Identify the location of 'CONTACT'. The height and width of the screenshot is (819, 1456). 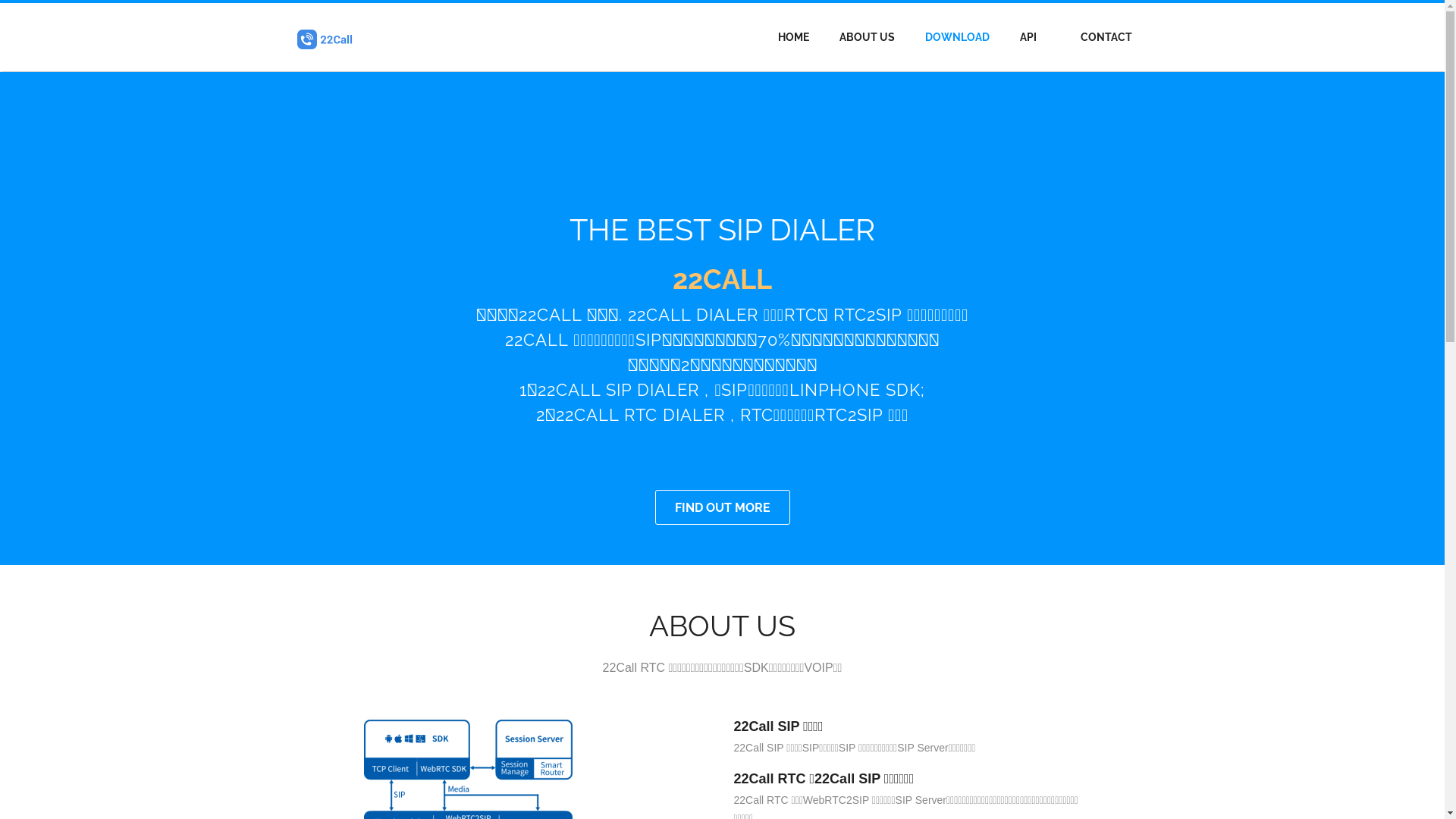
(1106, 36).